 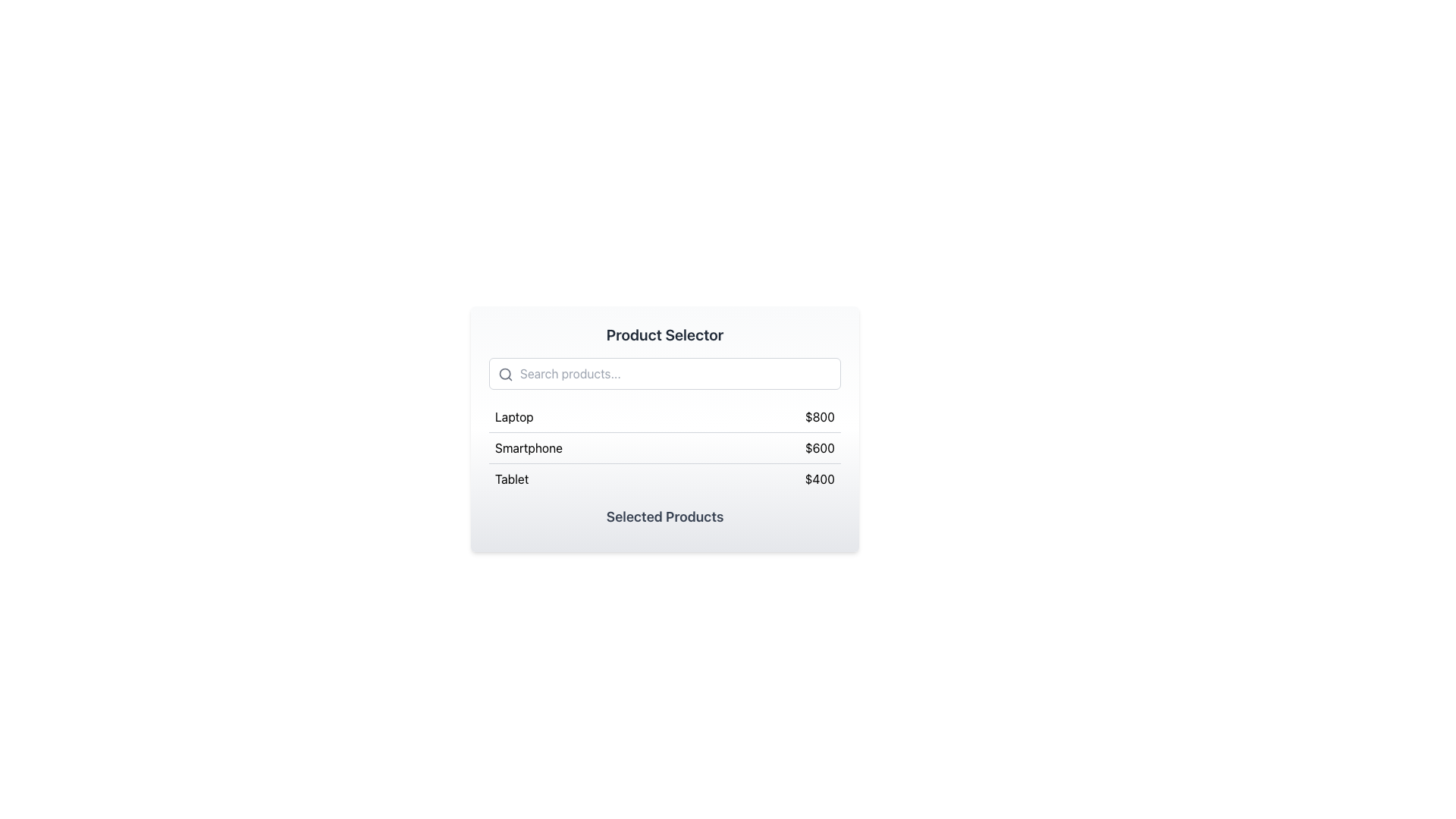 What do you see at coordinates (665, 447) in the screenshot?
I see `the middle list item labeled 'Smartphone' priced at '$600'` at bounding box center [665, 447].